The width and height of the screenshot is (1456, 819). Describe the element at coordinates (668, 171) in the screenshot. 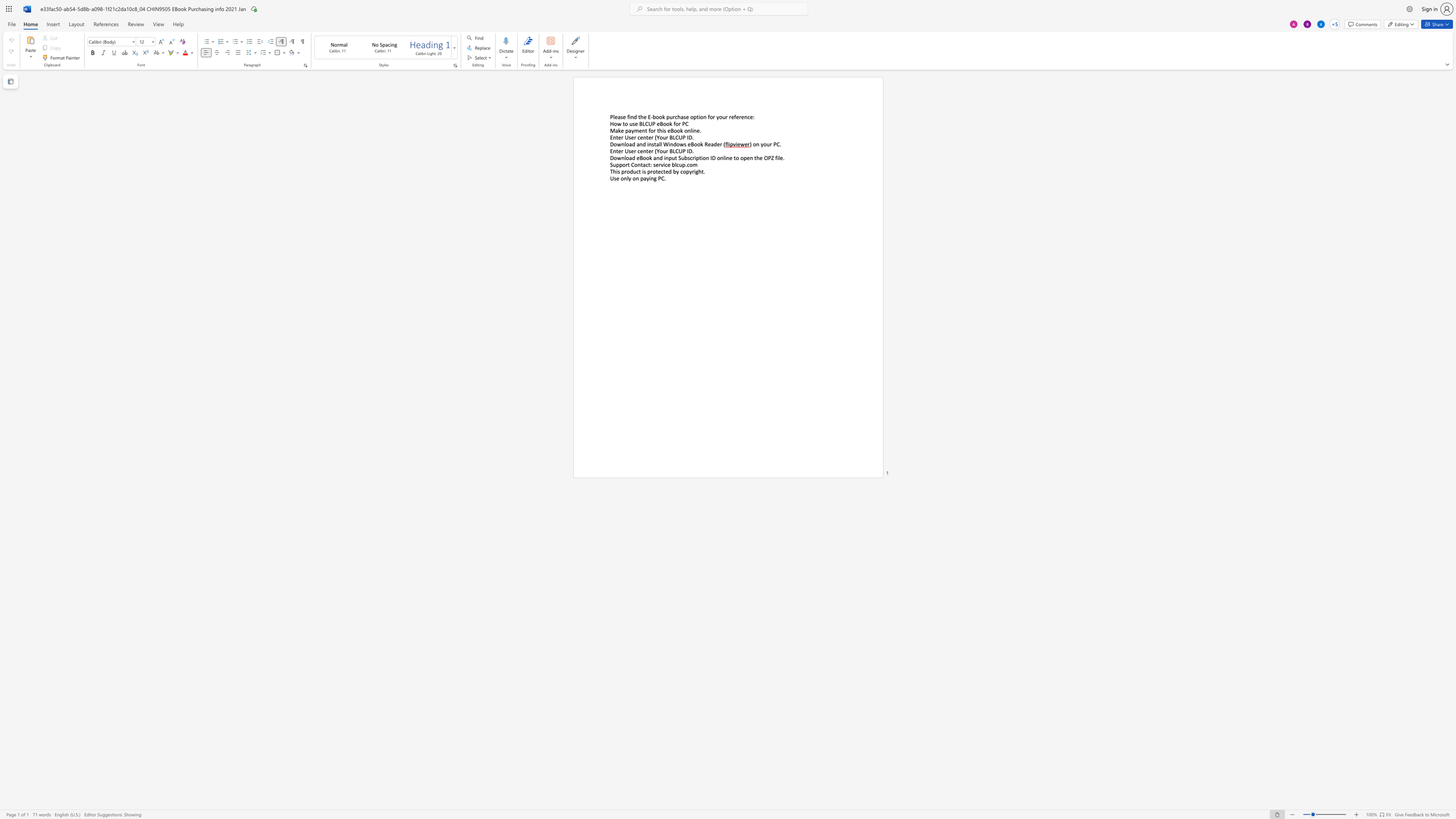

I see `the subset text "d by cop" within the text "This product is protected by copyright."` at that location.